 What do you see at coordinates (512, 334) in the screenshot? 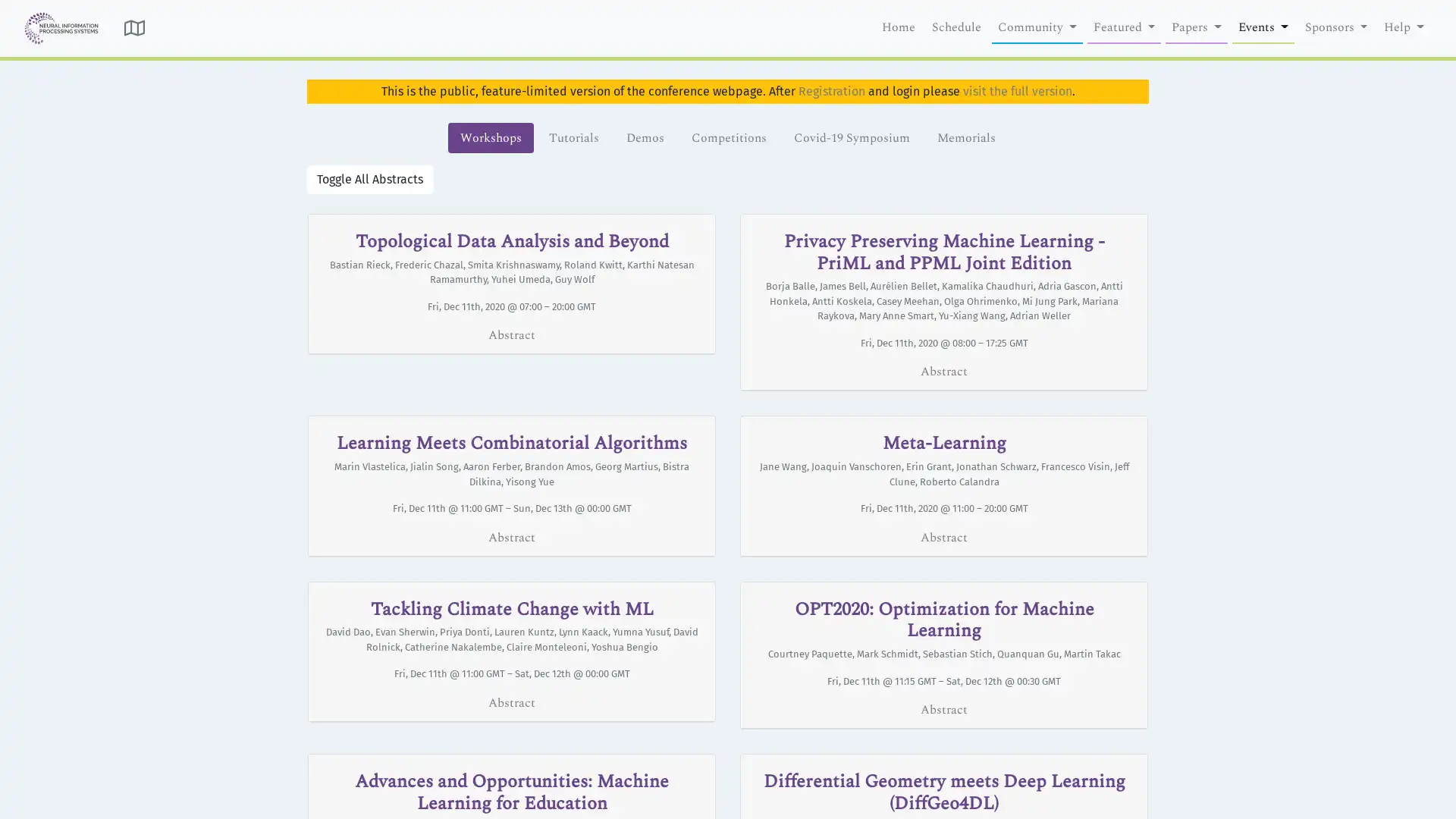
I see `Abstract` at bounding box center [512, 334].